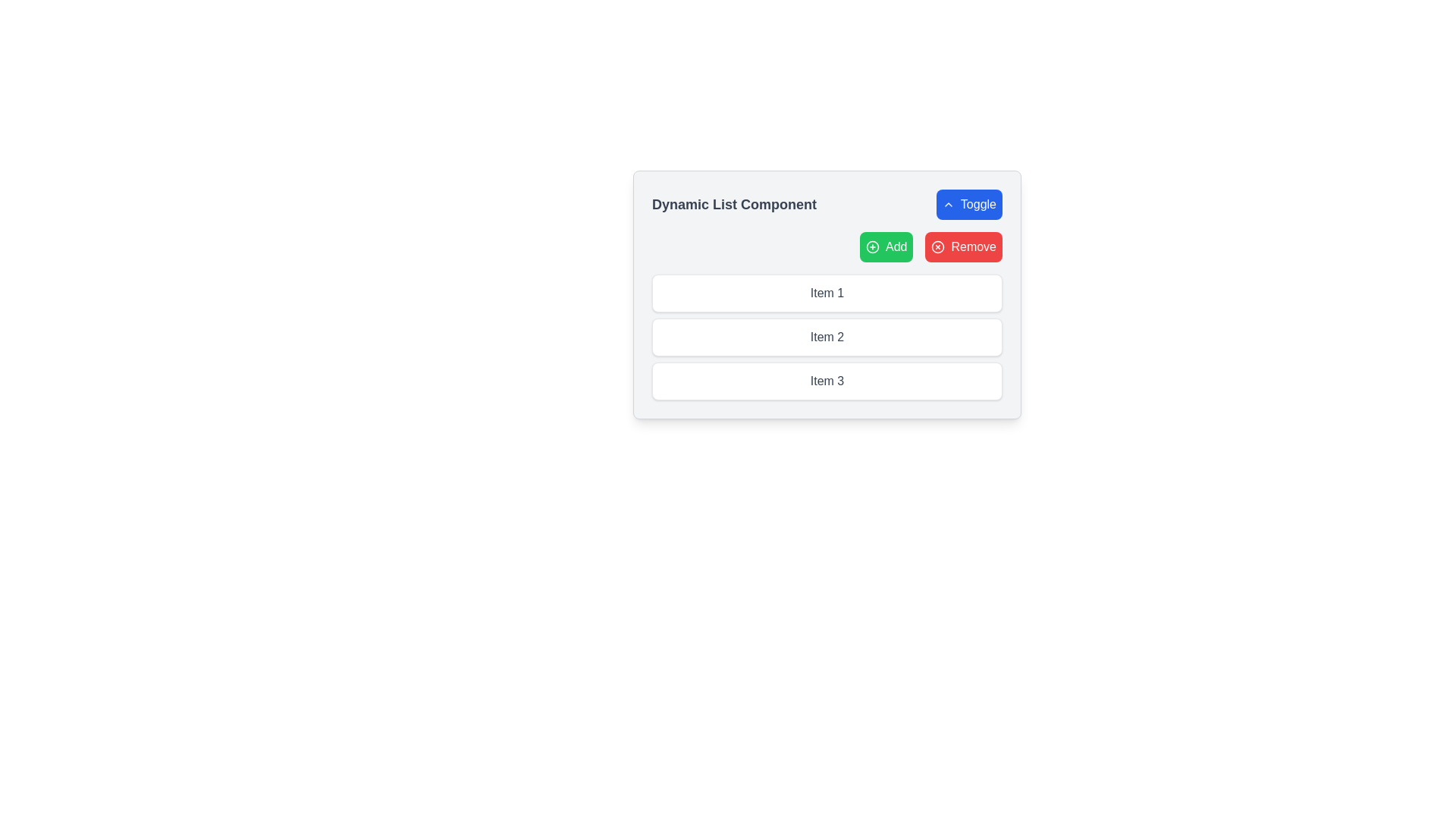  Describe the element at coordinates (886, 246) in the screenshot. I see `the 'Add' button located at the bottom right of the 'Dynamic List Component'` at that location.